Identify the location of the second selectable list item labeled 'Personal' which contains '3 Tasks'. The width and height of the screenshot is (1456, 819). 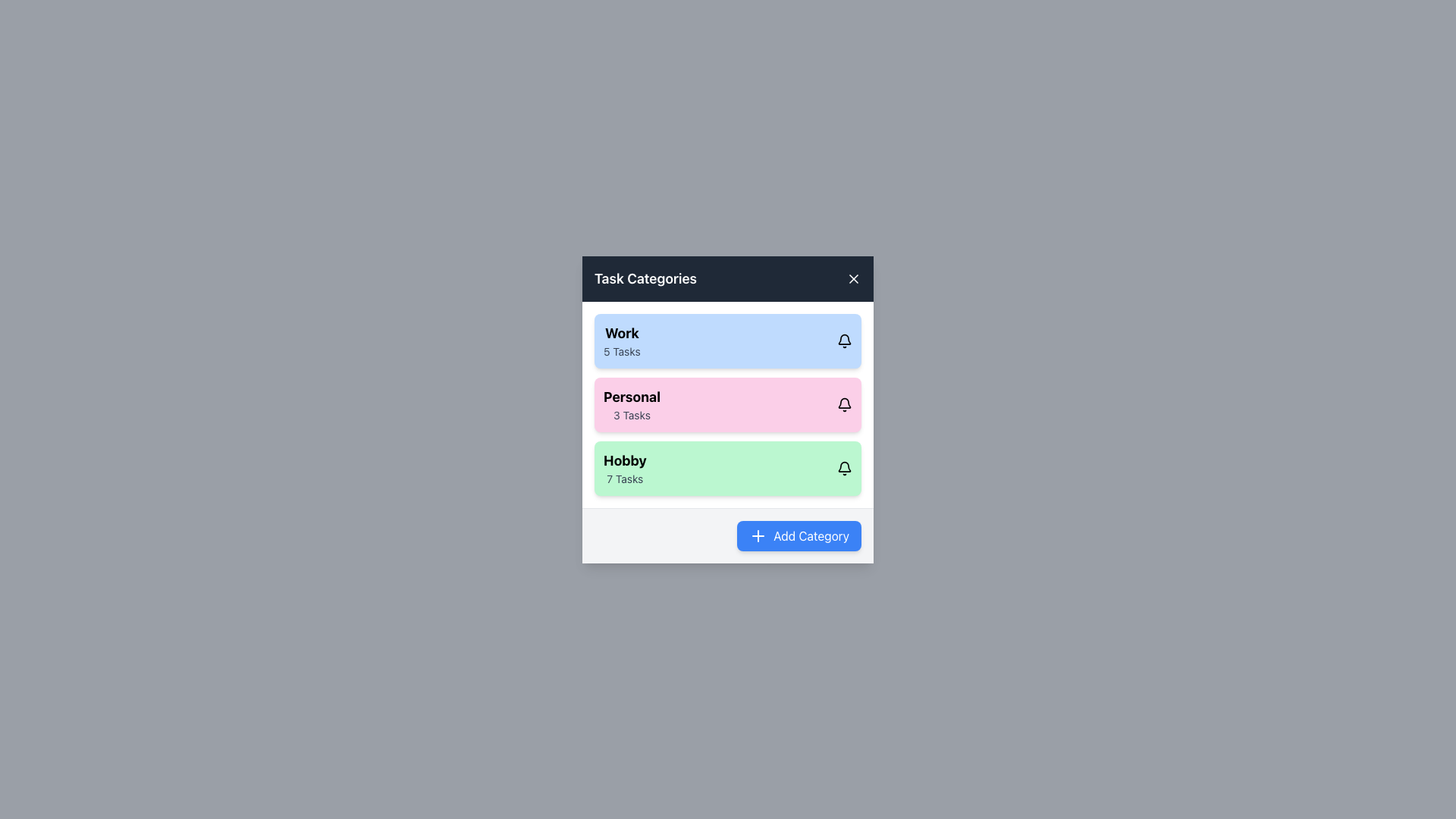
(728, 409).